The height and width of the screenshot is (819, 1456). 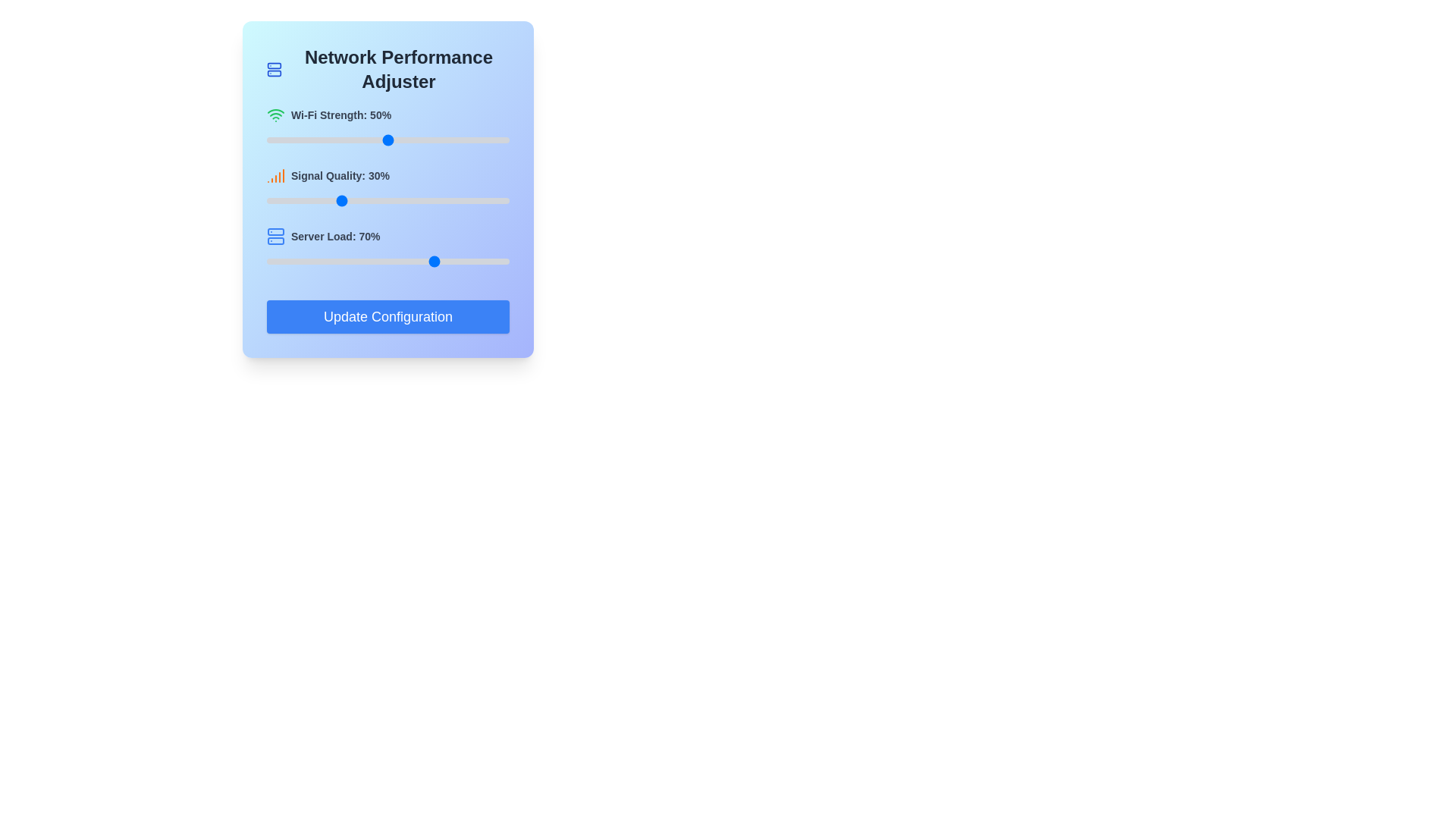 I want to click on the slider for adjusting server load percentage, located under the 'Network Performance Adjuster' section, after 'Wi-Fi Strength: 50%' and 'Signal Quality: 30%', so click(x=388, y=247).